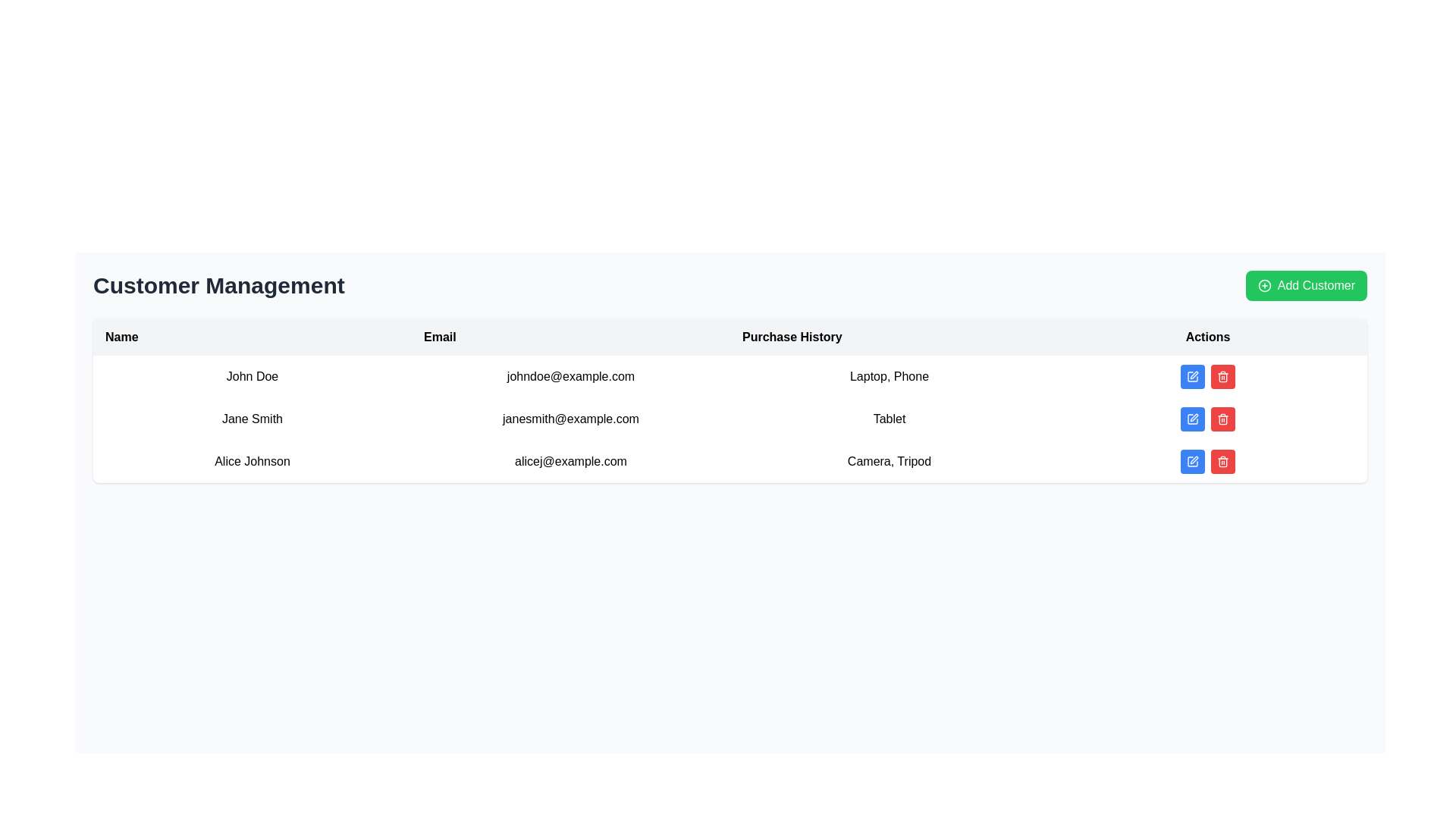  What do you see at coordinates (252, 419) in the screenshot?
I see `the Text label representing the second individual's name in the customer management table, located between 'John Doe' and 'Alice Johnson'` at bounding box center [252, 419].